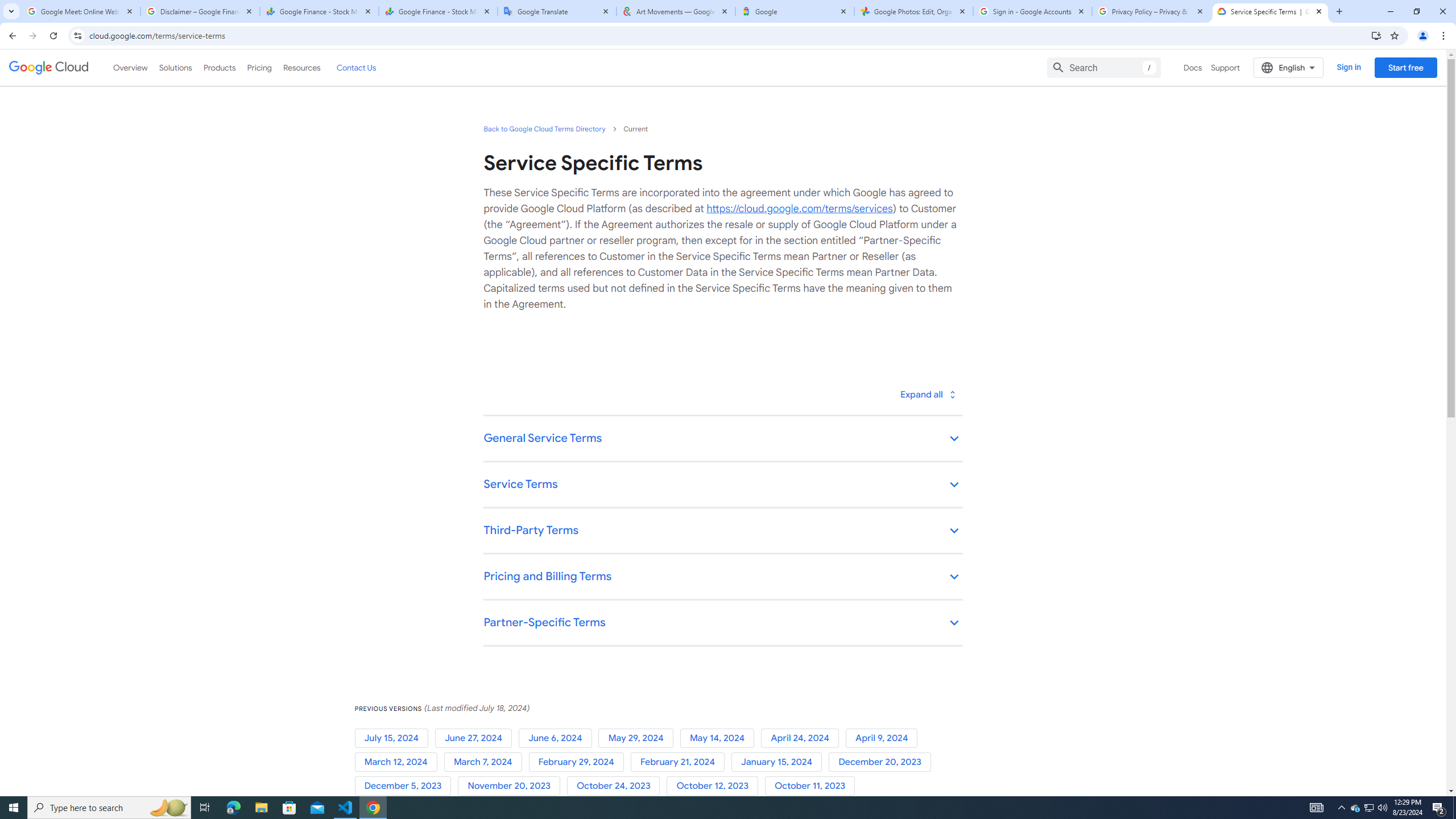 This screenshot has height=819, width=1456. Describe the element at coordinates (355, 67) in the screenshot. I see `'Contact Us'` at that location.